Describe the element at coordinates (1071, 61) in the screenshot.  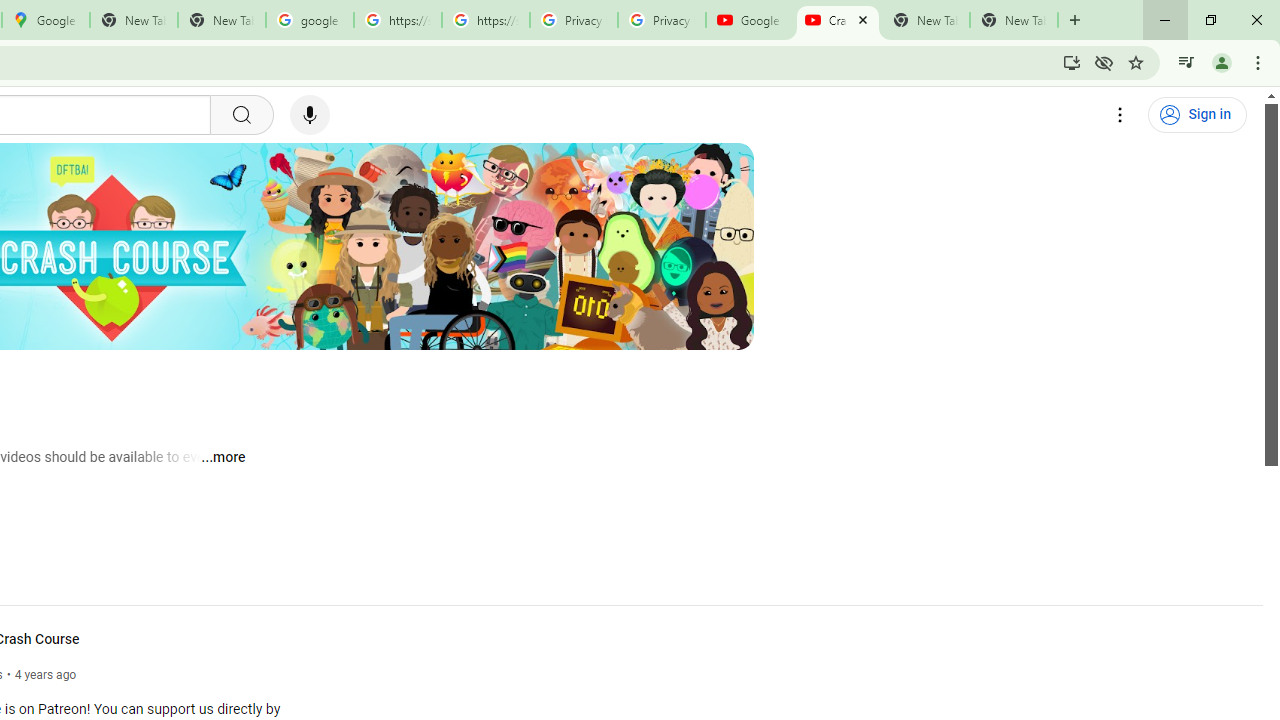
I see `'Install YouTube'` at that location.